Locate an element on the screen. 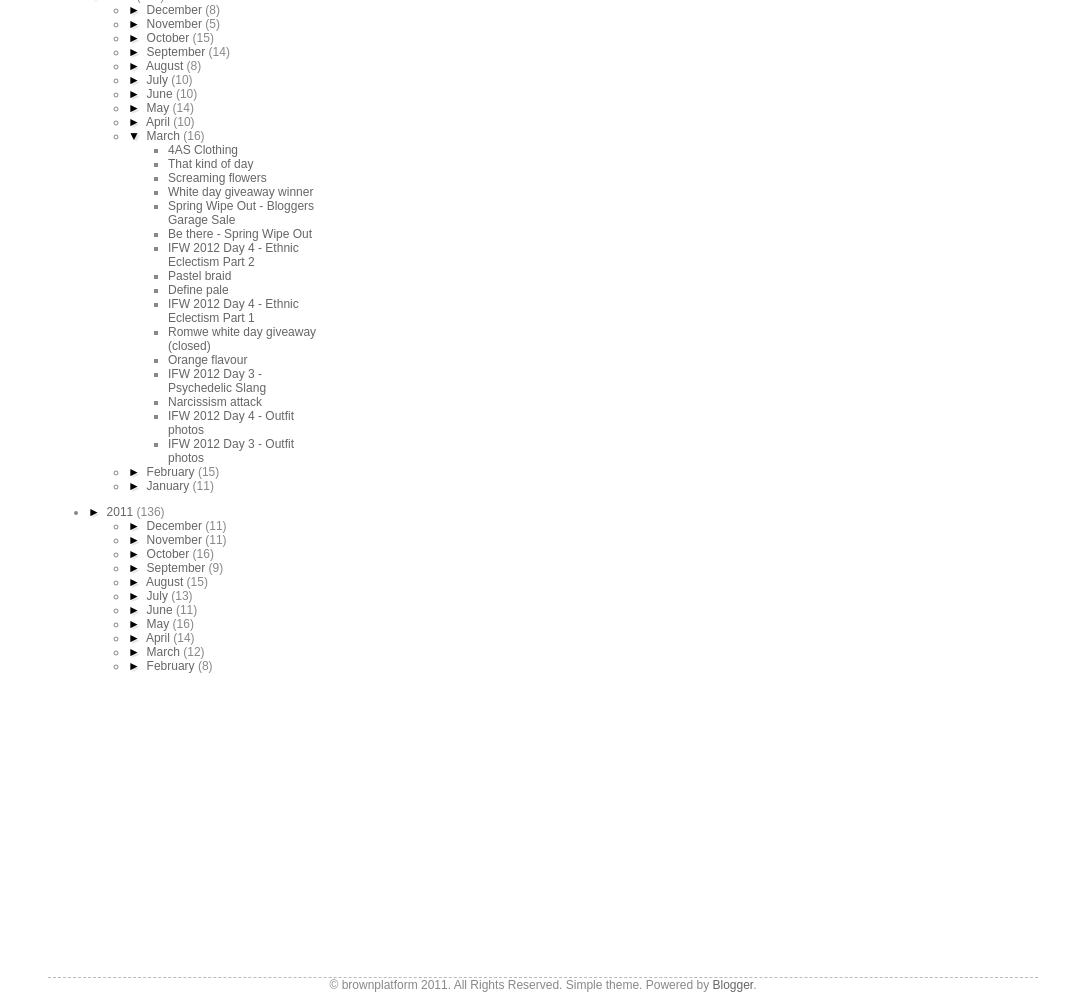  'Blogger' is located at coordinates (732, 982).